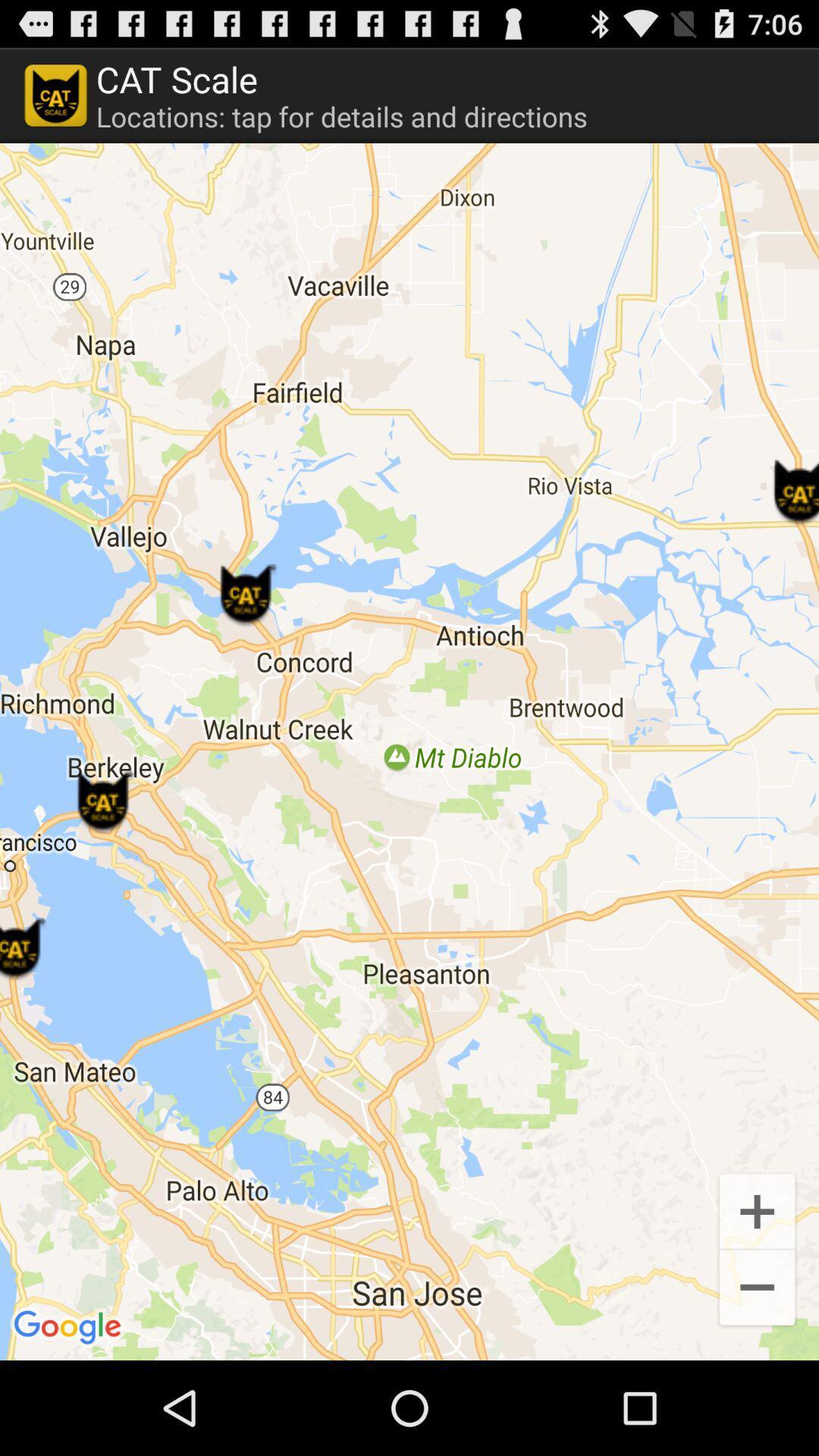 This screenshot has height=1456, width=819. What do you see at coordinates (757, 1294) in the screenshot?
I see `the add icon` at bounding box center [757, 1294].